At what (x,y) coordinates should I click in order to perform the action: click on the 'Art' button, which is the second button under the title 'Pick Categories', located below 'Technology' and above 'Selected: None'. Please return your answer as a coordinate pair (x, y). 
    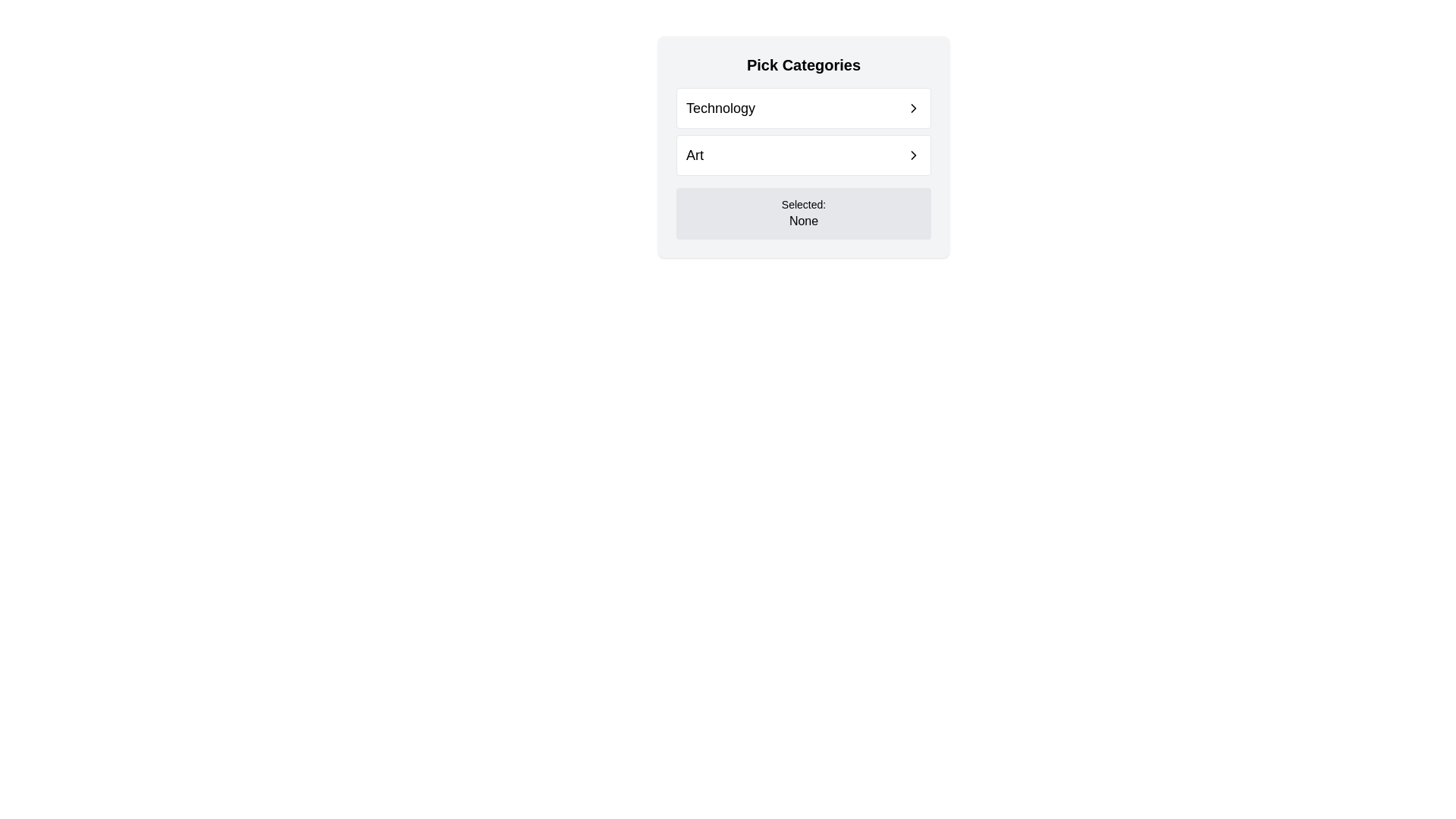
    Looking at the image, I should click on (803, 155).